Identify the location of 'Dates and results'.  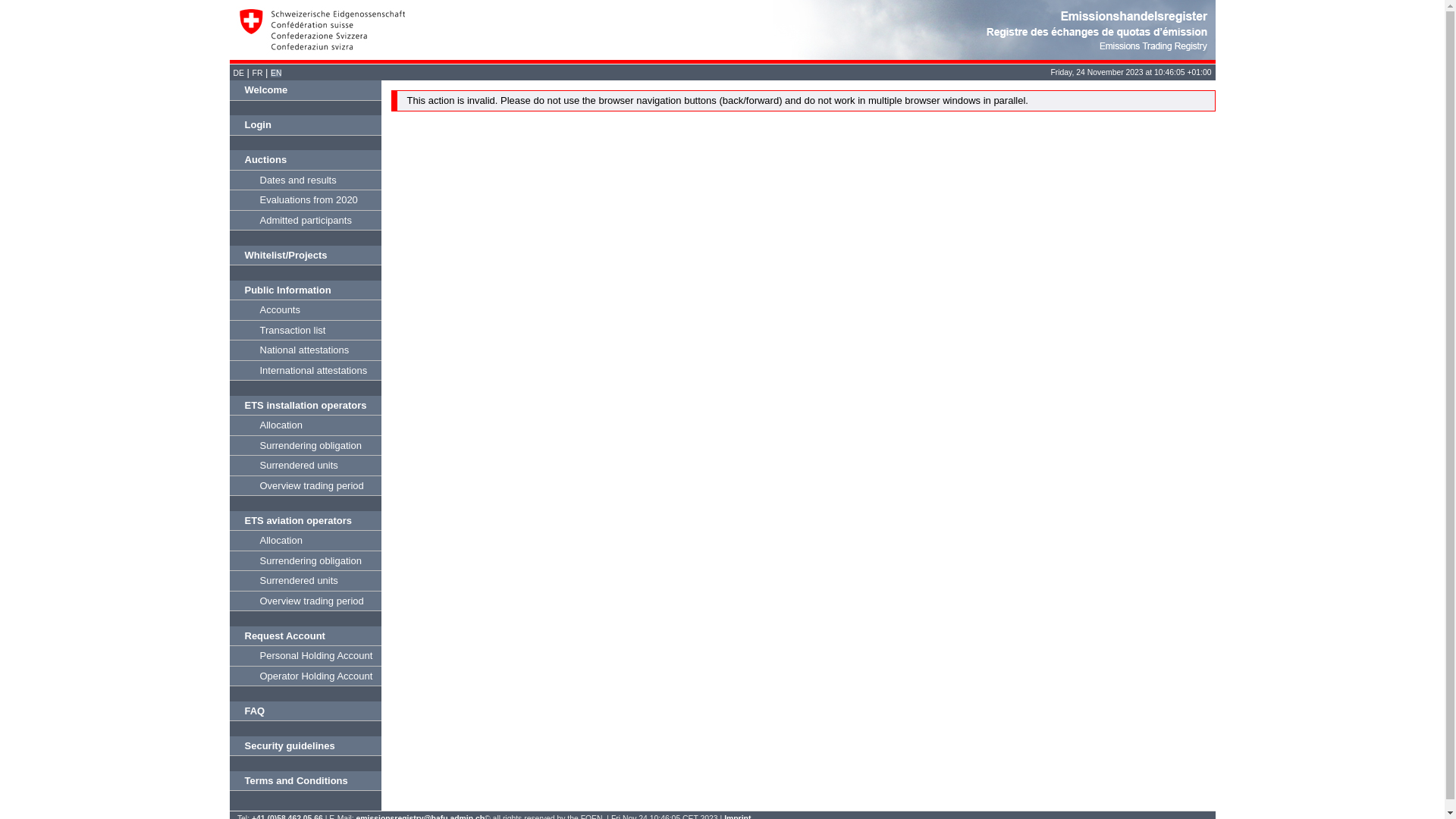
(228, 179).